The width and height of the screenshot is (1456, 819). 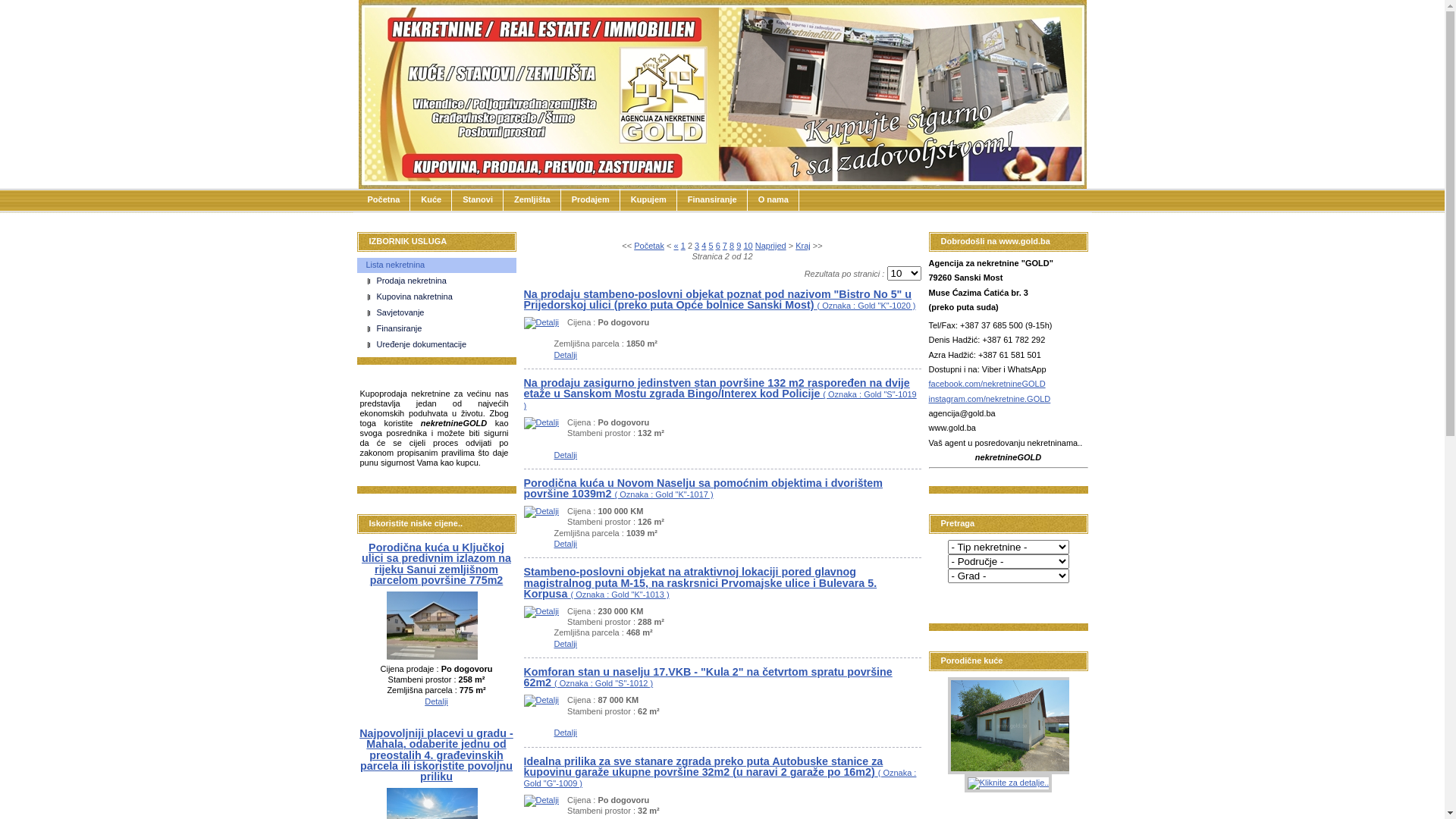 I want to click on 'Kraj', so click(x=802, y=245).